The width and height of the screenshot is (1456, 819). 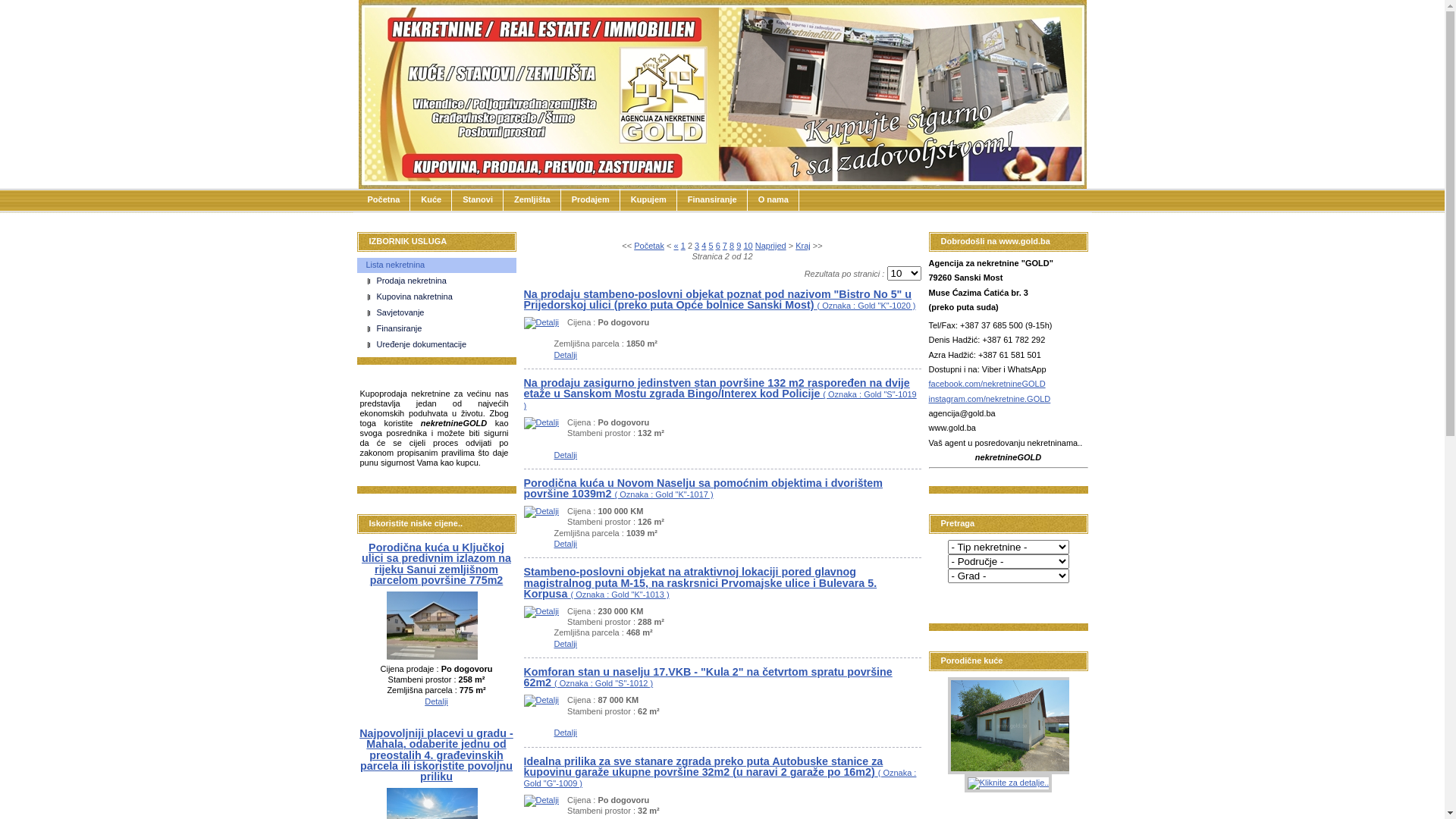 I want to click on 'Kraj', so click(x=802, y=245).